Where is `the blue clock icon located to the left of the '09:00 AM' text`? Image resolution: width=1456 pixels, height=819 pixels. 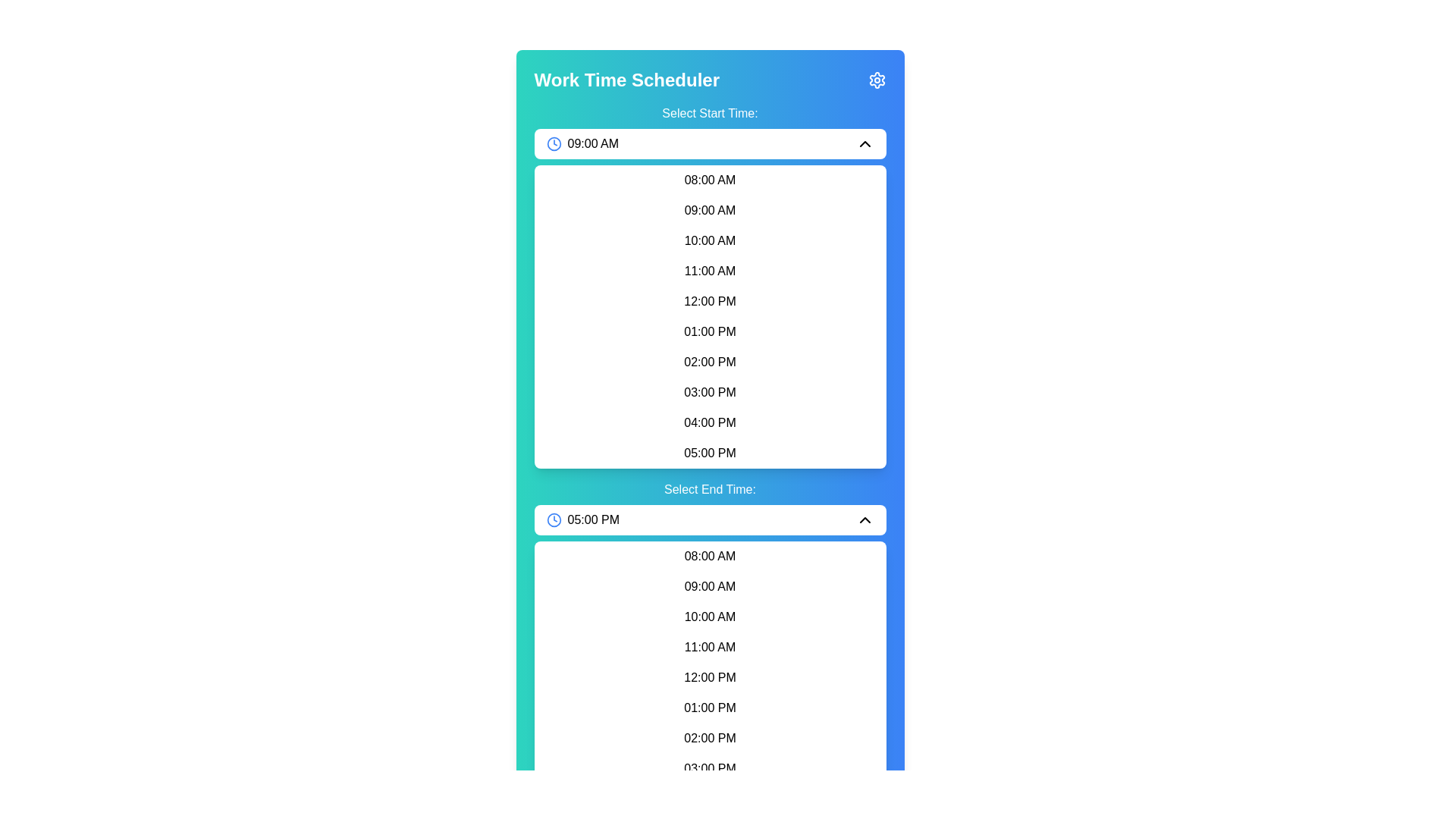
the blue clock icon located to the left of the '09:00 AM' text is located at coordinates (553, 143).